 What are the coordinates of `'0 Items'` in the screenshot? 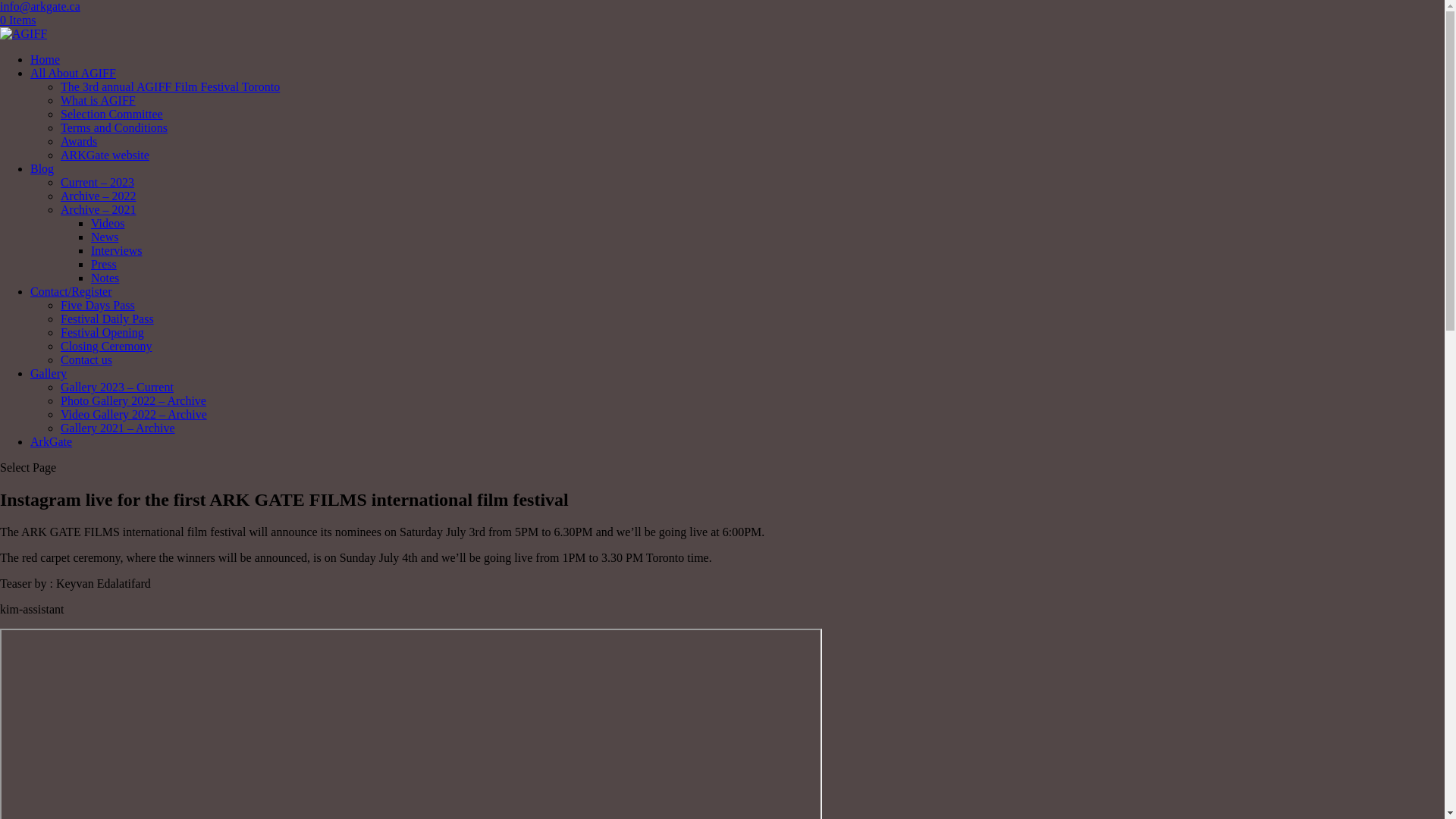 It's located at (18, 20).